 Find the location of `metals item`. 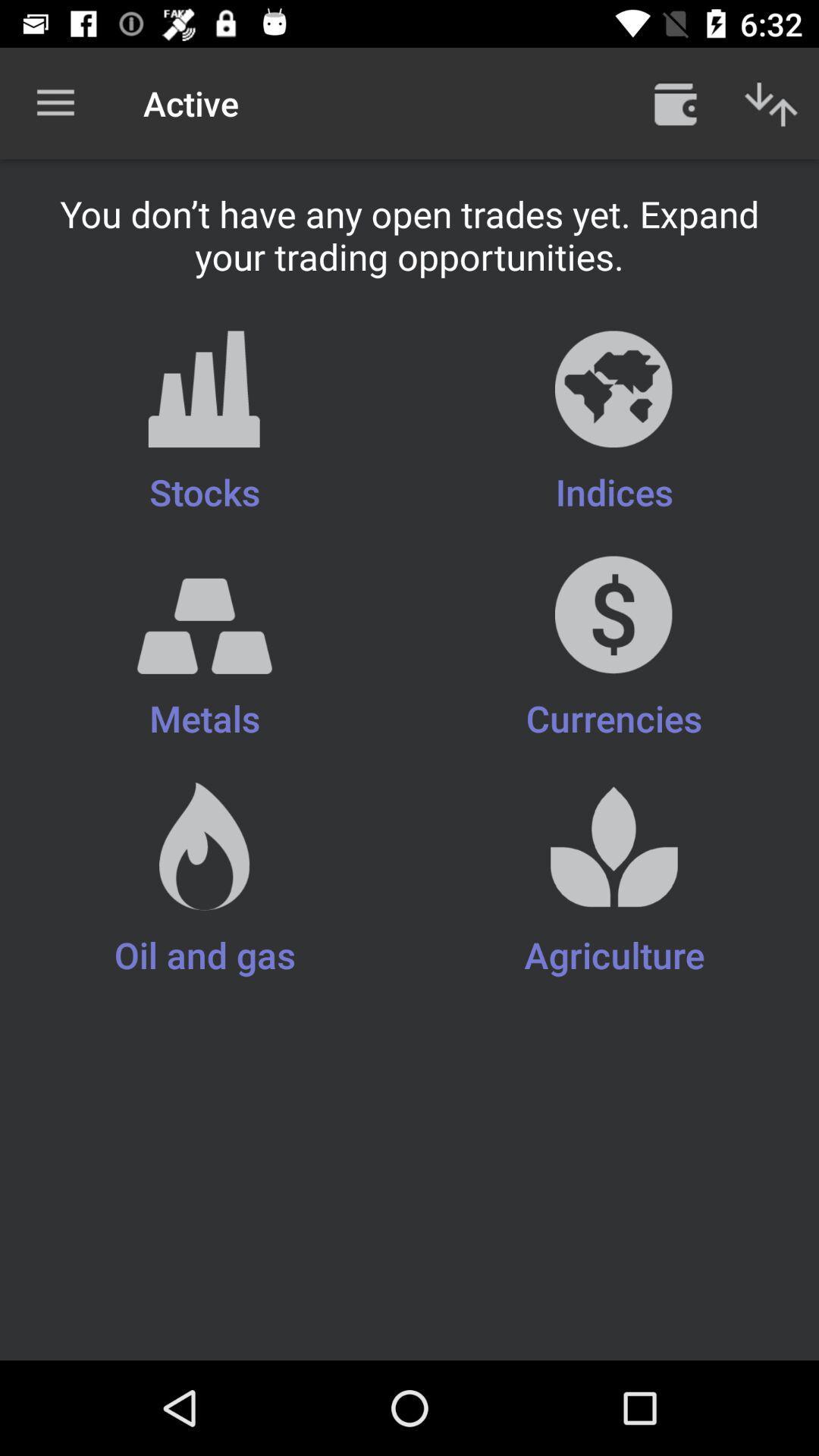

metals item is located at coordinates (205, 661).